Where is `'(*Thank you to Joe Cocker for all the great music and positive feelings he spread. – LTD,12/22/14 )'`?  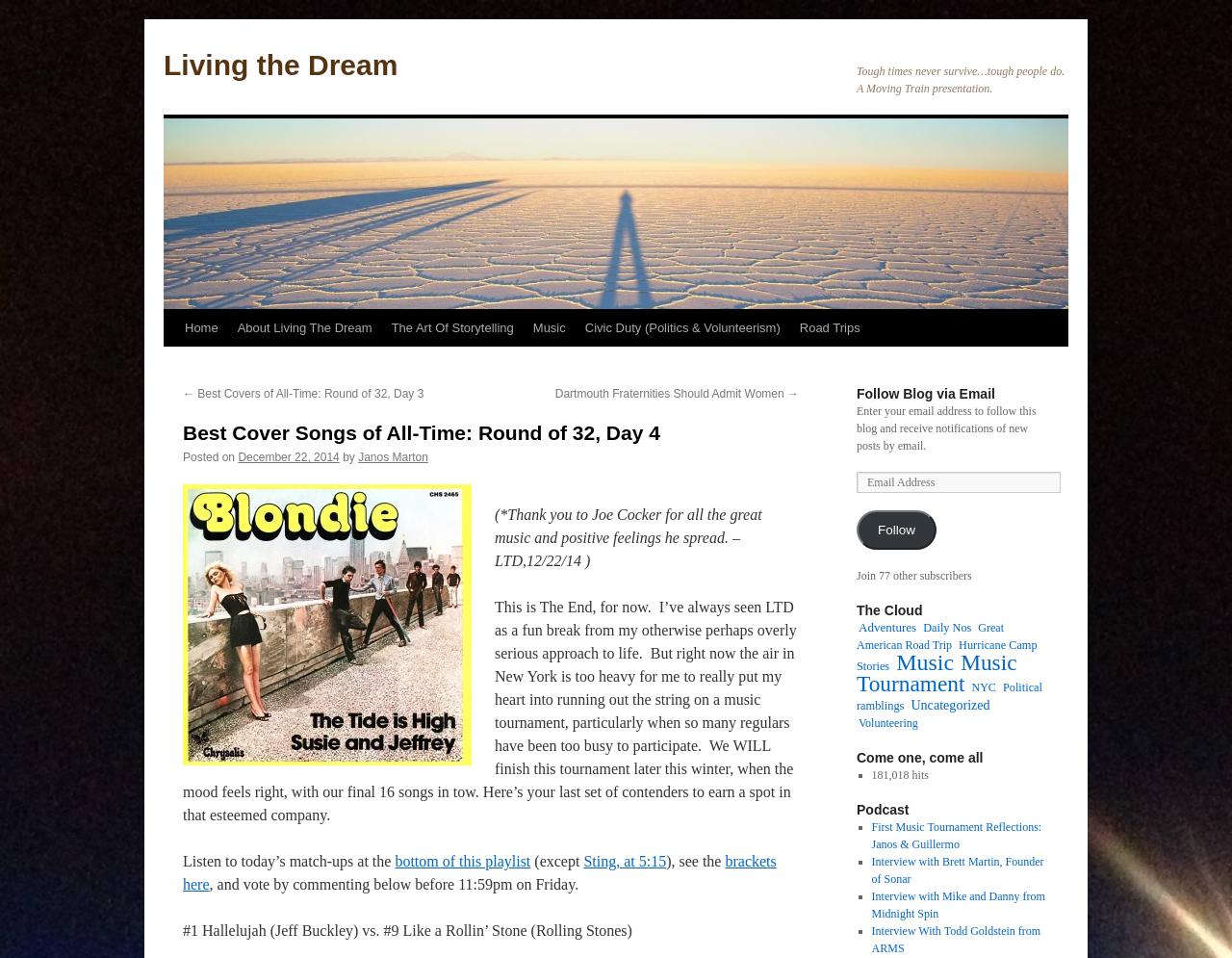
'(*Thank you to Joe Cocker for all the great music and positive feelings he spread. – LTD,12/22/14 )' is located at coordinates (495, 537).